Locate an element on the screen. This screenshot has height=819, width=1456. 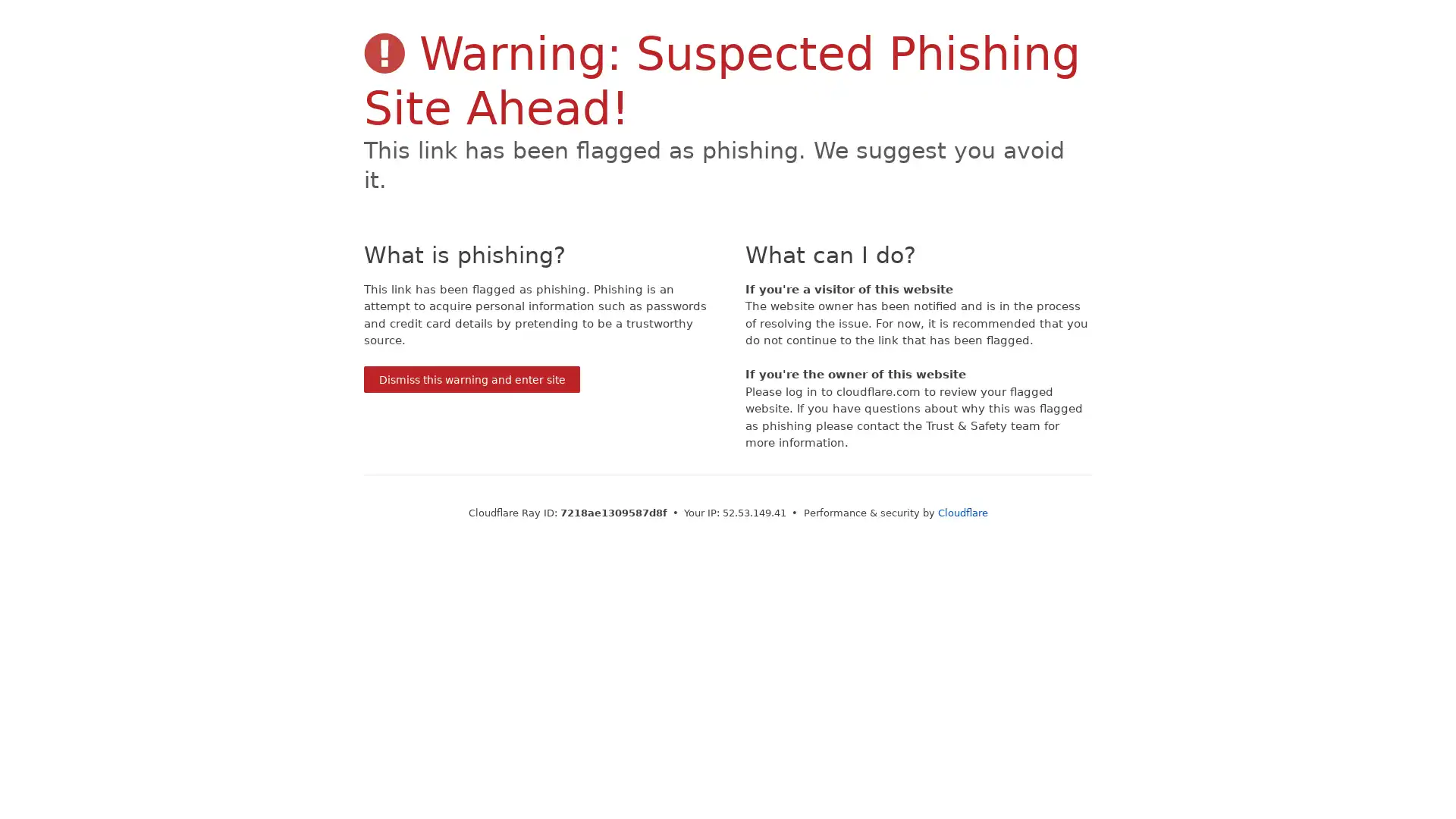
Dismiss this warning and enter site is located at coordinates (471, 378).